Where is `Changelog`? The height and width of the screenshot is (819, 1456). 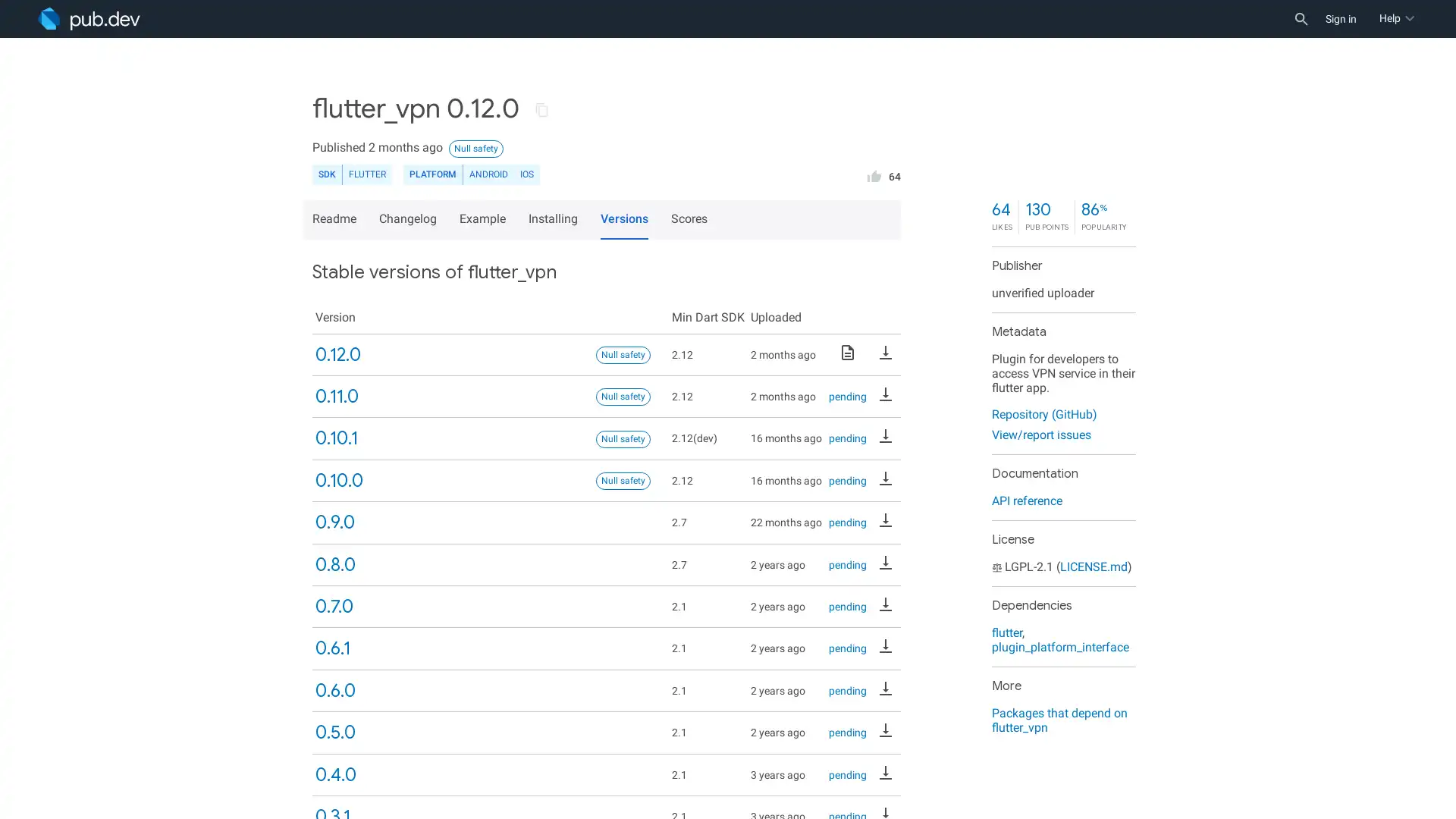 Changelog is located at coordinates (410, 219).